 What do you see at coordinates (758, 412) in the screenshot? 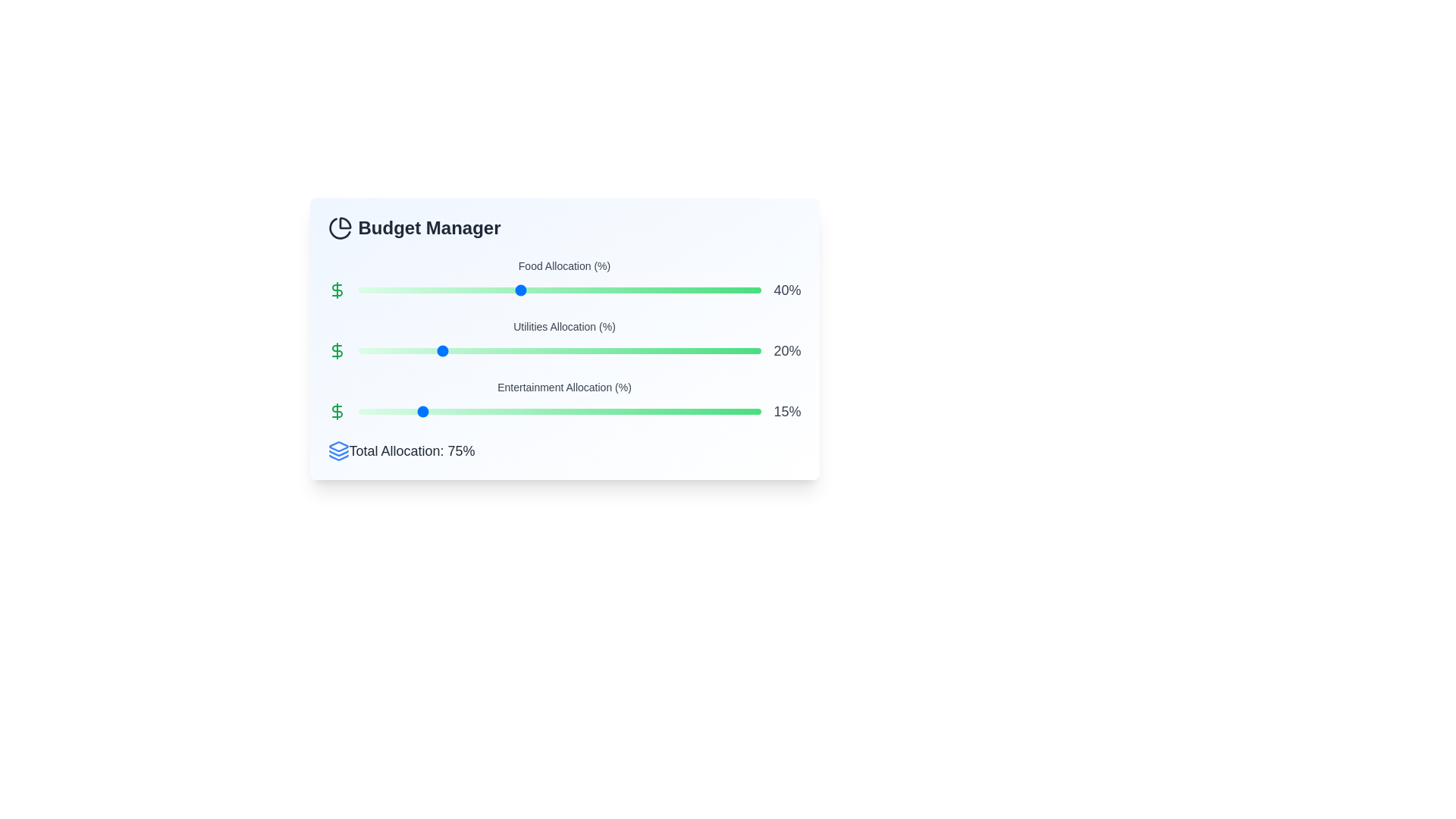
I see `the Entertainment Allocation slider to 99%` at bounding box center [758, 412].